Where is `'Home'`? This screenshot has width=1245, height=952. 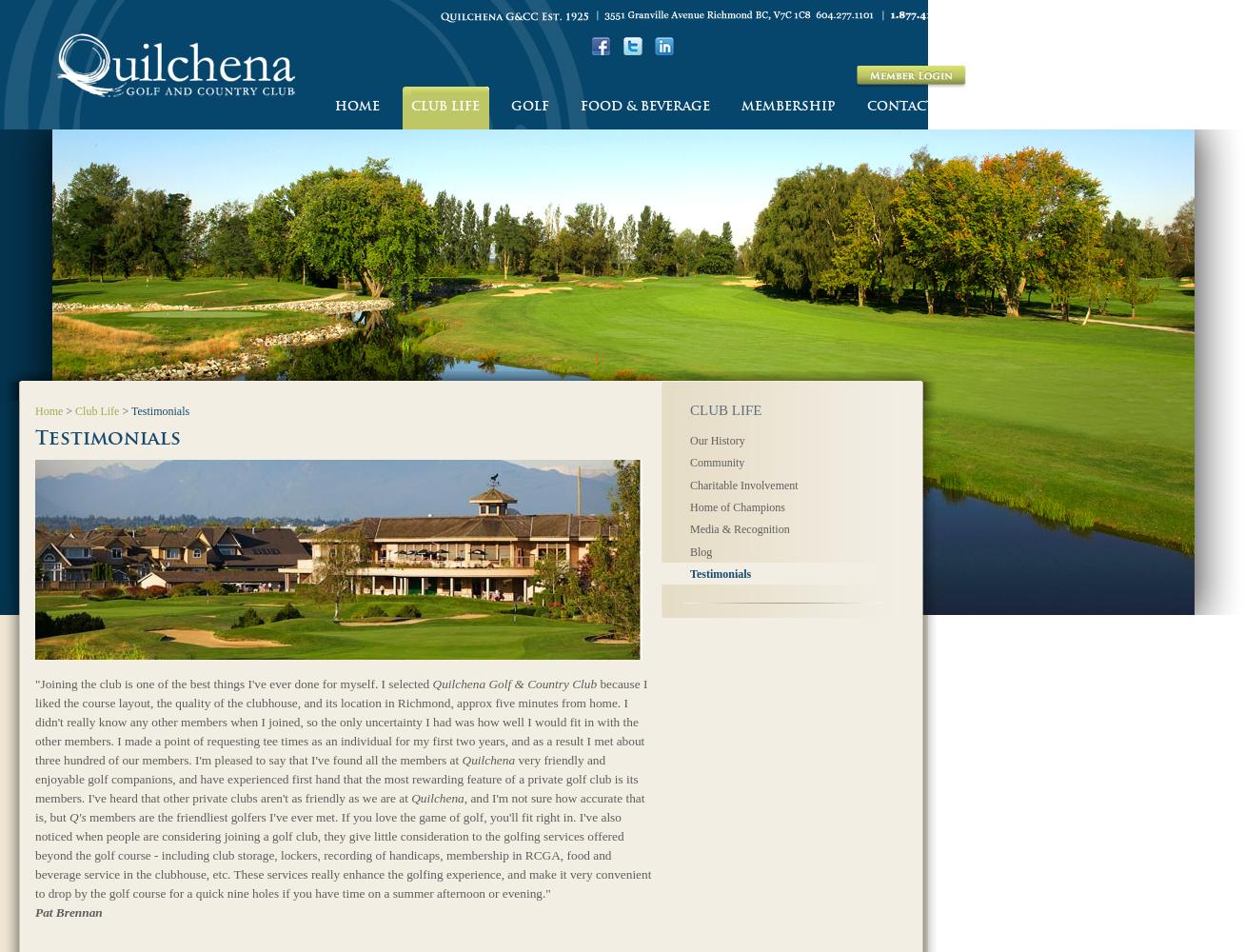
'Home' is located at coordinates (49, 411).